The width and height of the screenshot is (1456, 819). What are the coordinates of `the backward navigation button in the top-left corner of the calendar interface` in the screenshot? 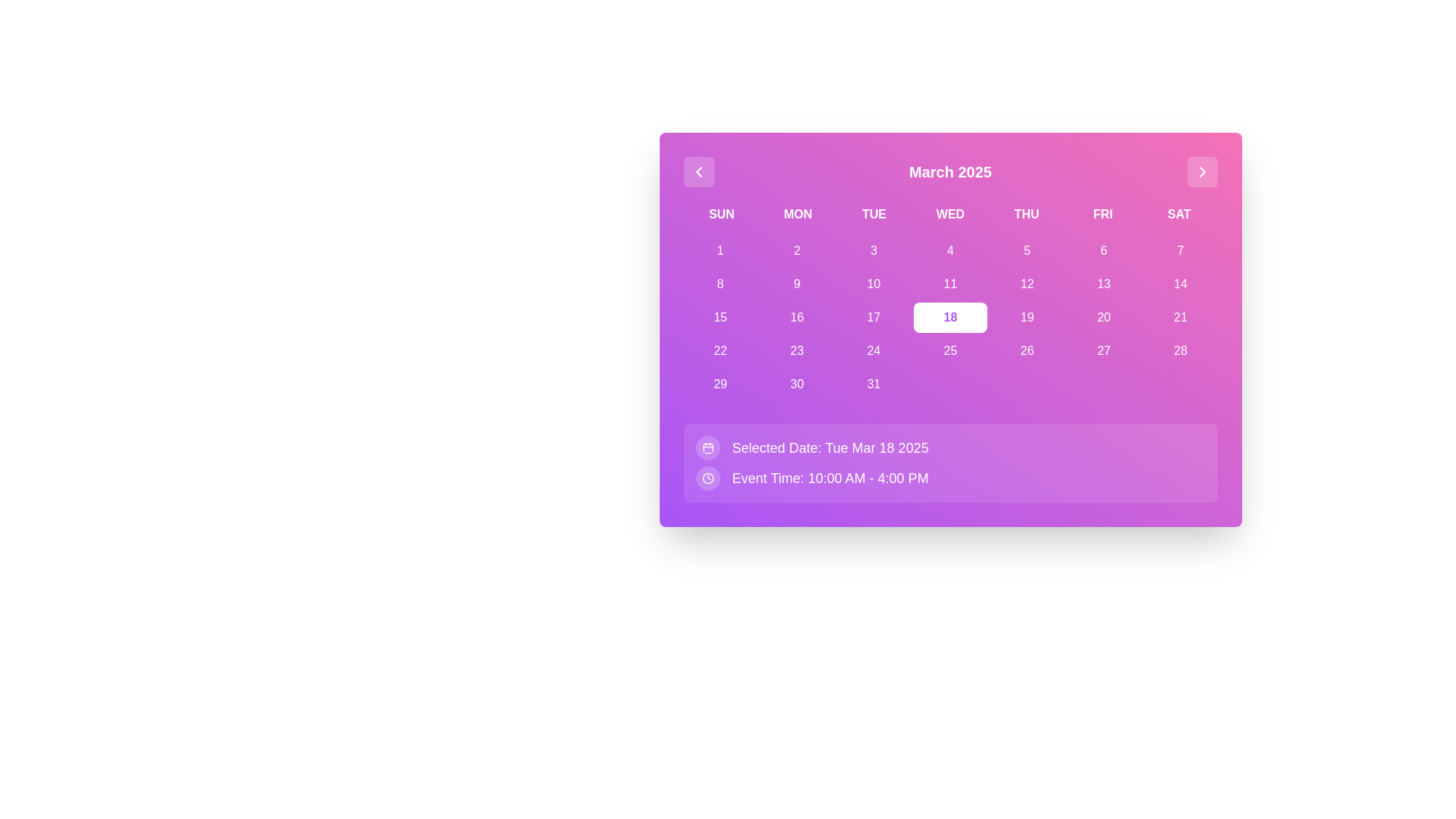 It's located at (698, 171).